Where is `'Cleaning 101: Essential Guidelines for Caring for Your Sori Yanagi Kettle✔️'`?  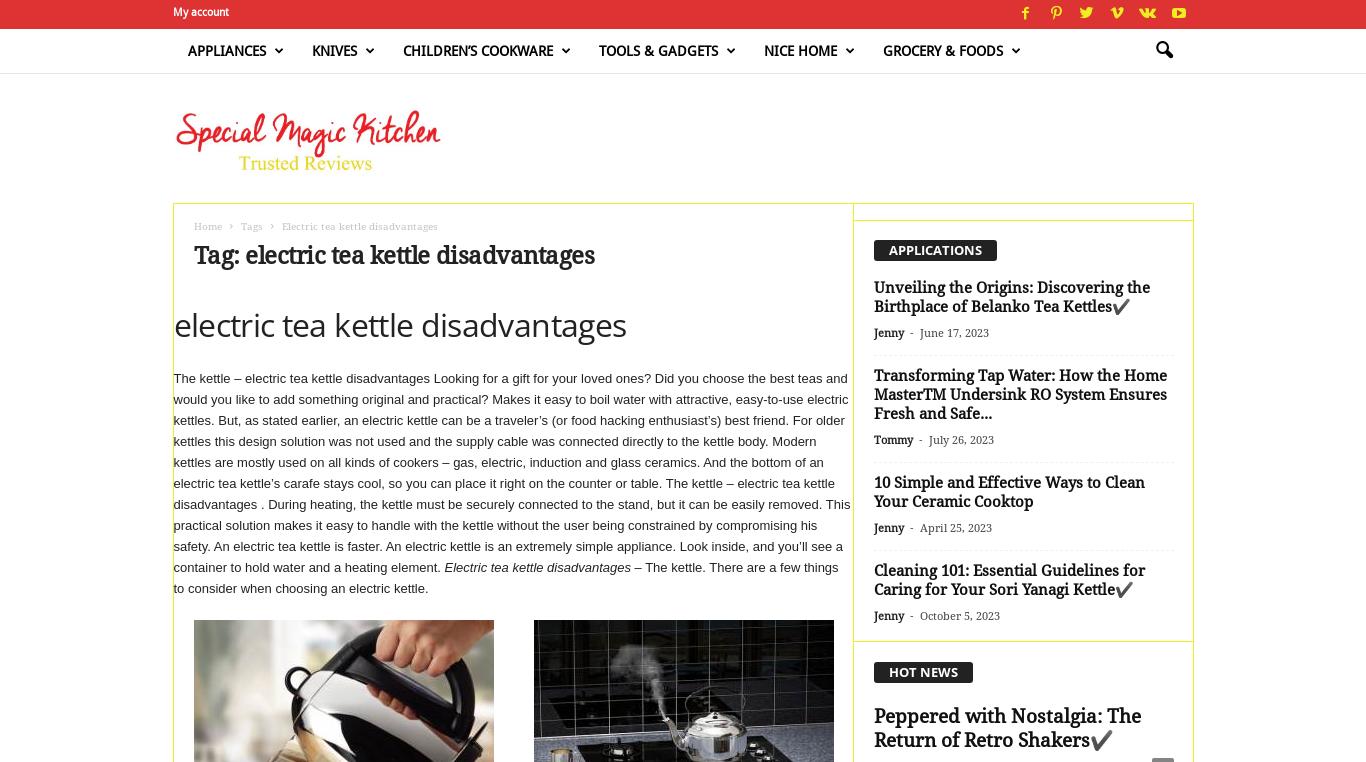
'Cleaning 101: Essential Guidelines for Caring for Your Sori Yanagi Kettle✔️' is located at coordinates (1008, 580).